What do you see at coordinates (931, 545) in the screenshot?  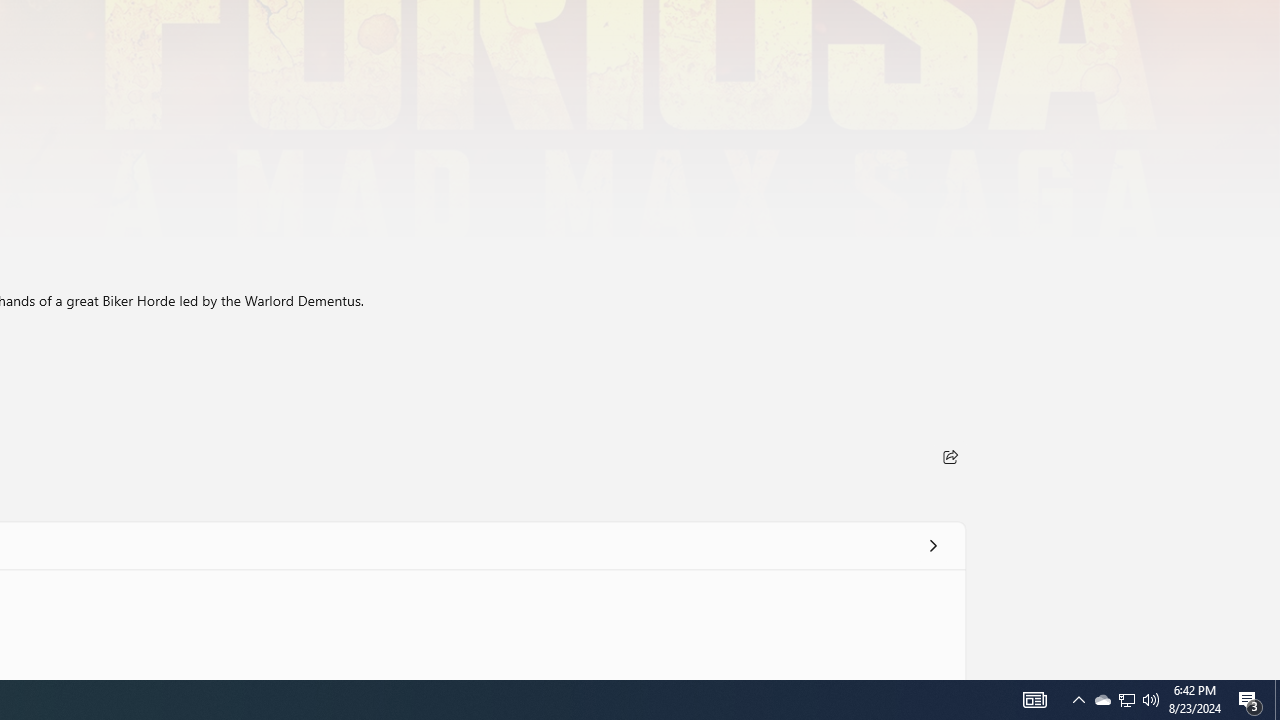 I see `'See all'` at bounding box center [931, 545].